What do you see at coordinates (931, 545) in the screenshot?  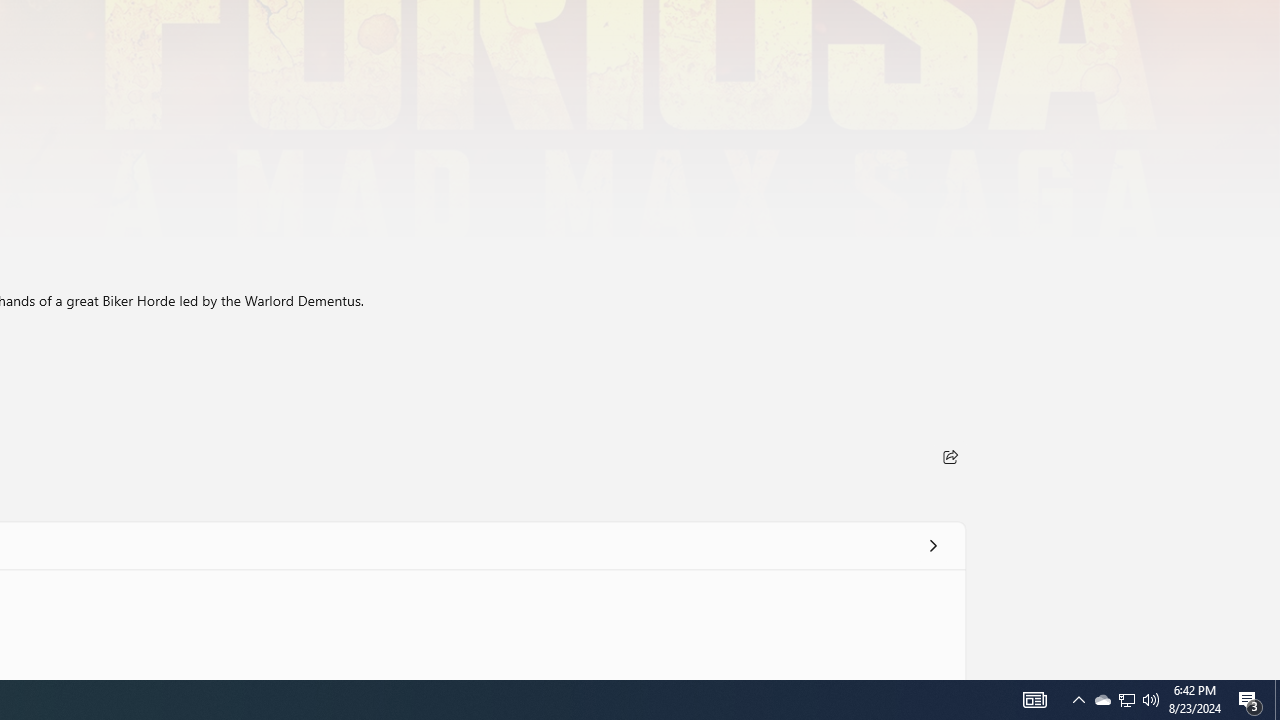 I see `'See all'` at bounding box center [931, 545].